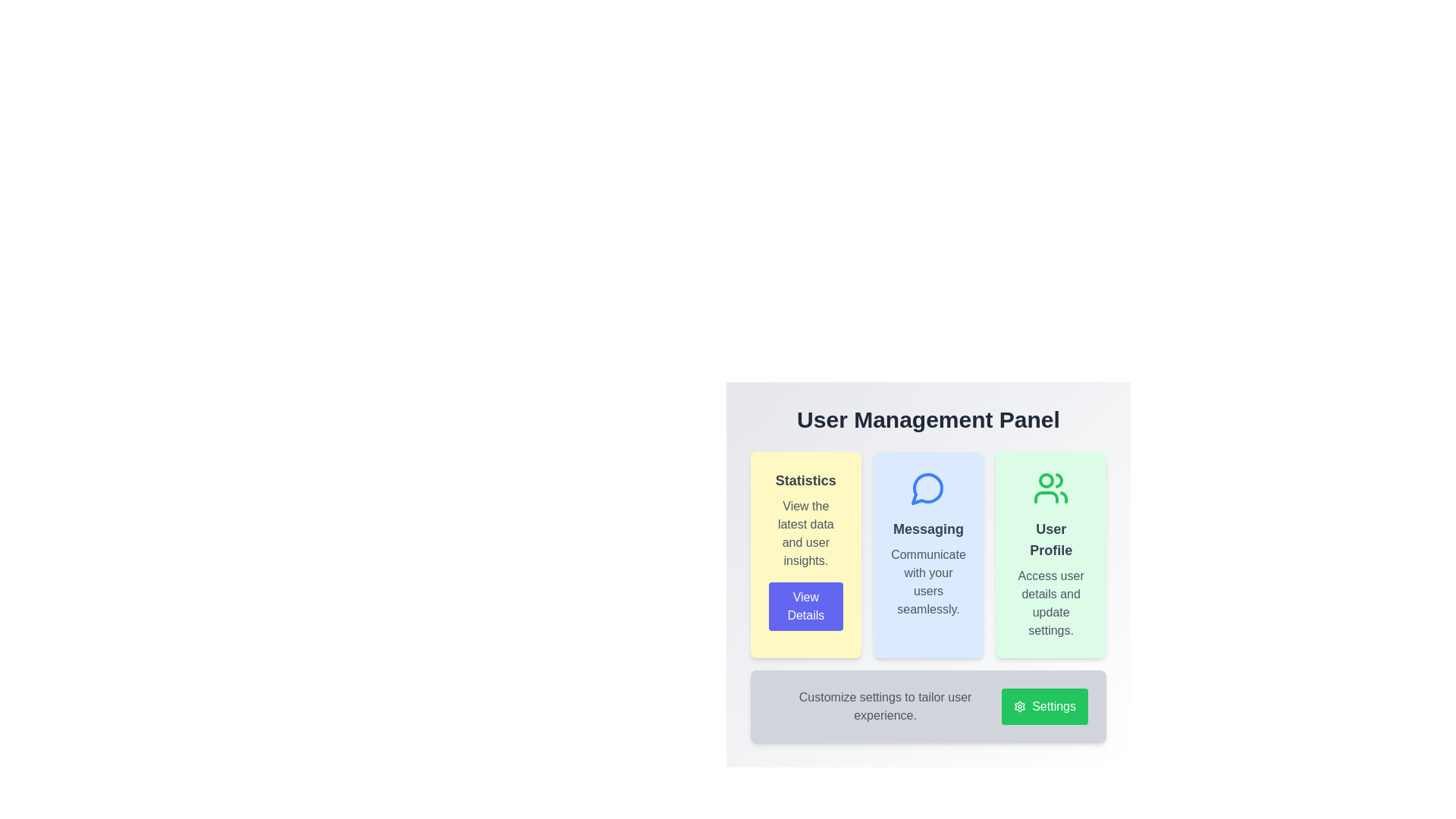  What do you see at coordinates (927, 596) in the screenshot?
I see `contents of the informational card located in the User Management Panel, which is the second of three vertically stacked cards providing messaging functionality` at bounding box center [927, 596].